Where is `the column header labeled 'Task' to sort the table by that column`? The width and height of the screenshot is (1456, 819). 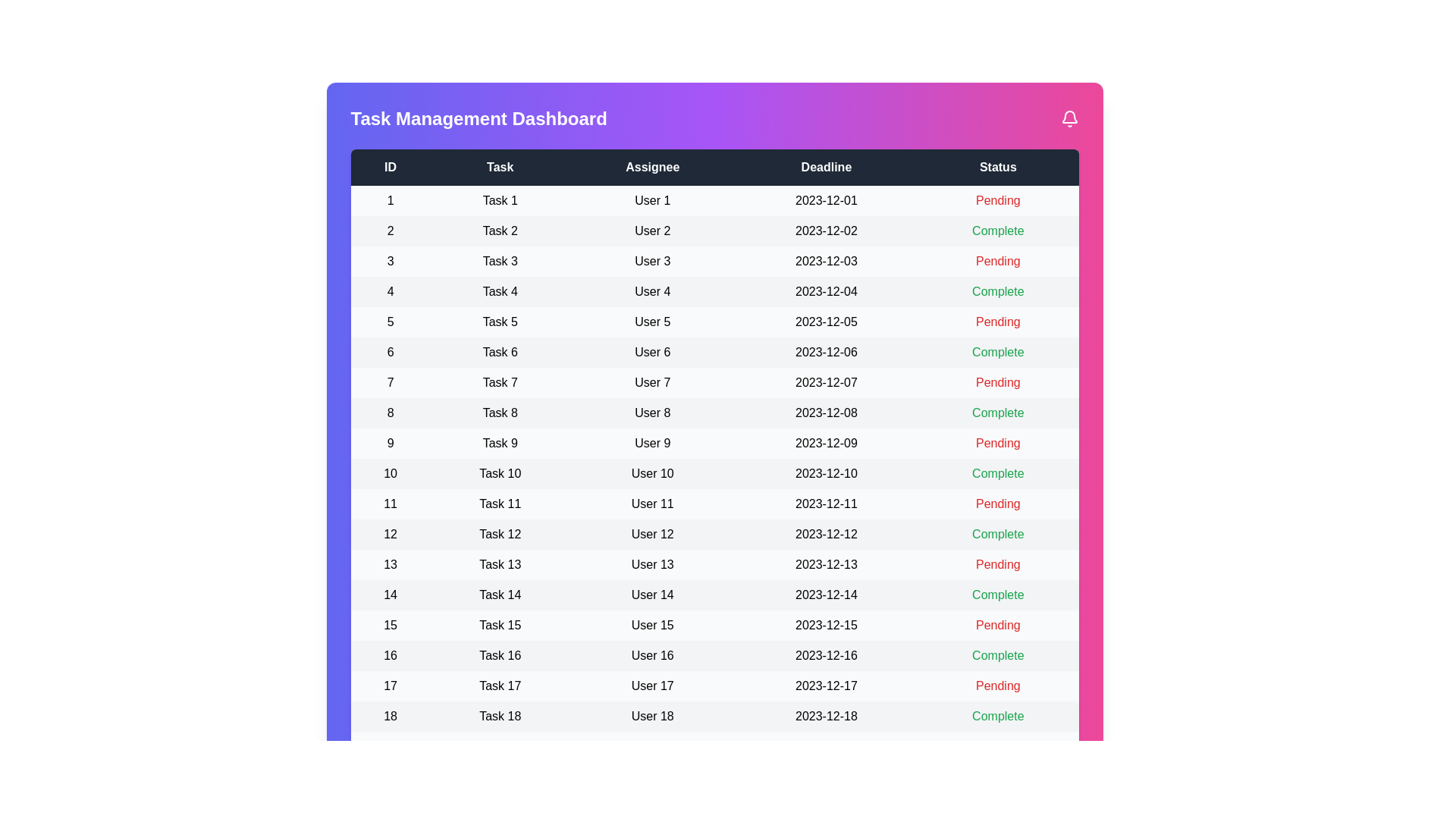
the column header labeled 'Task' to sort the table by that column is located at coordinates (500, 167).